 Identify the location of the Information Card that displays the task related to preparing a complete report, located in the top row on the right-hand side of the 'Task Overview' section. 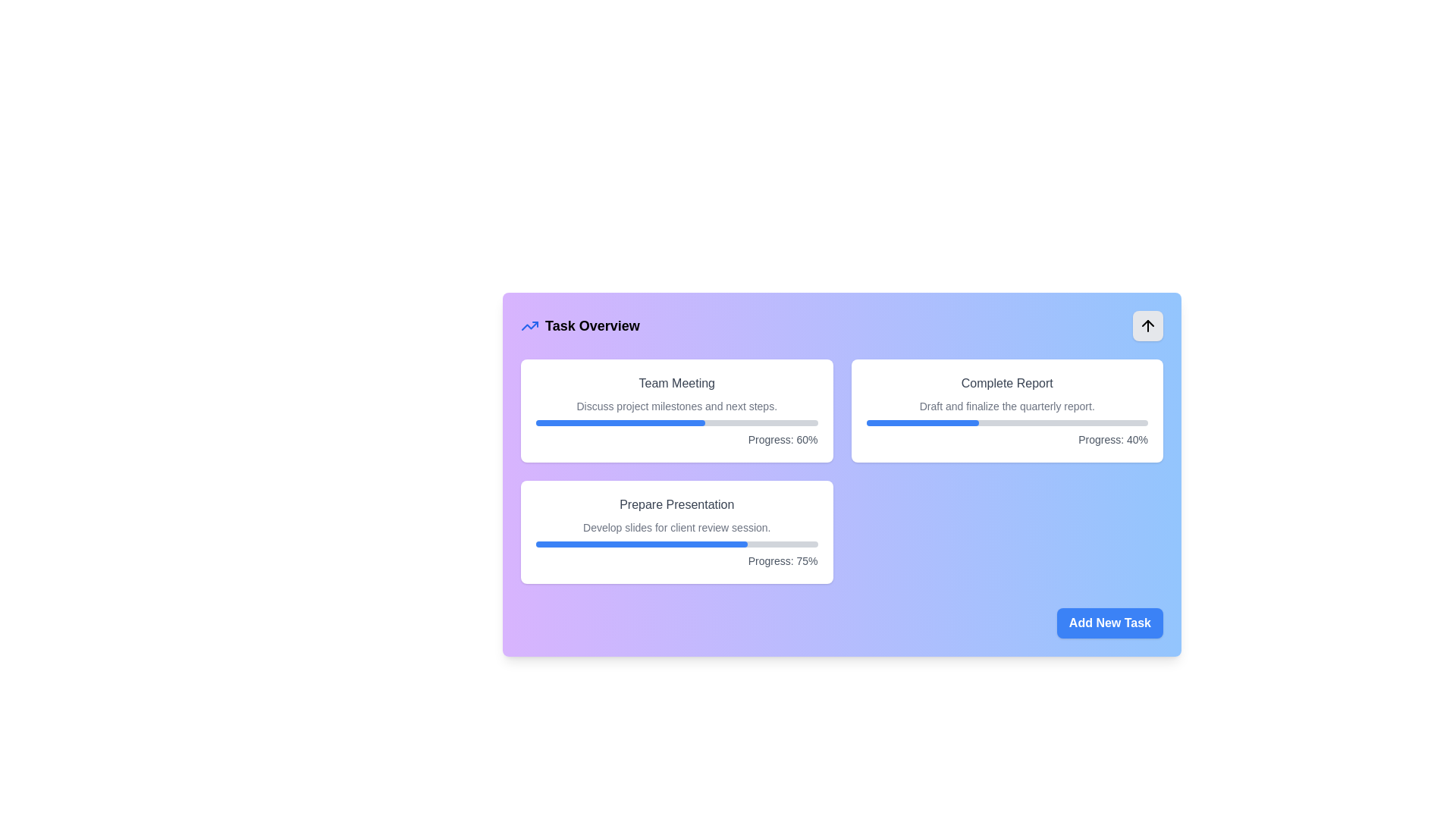
(1007, 411).